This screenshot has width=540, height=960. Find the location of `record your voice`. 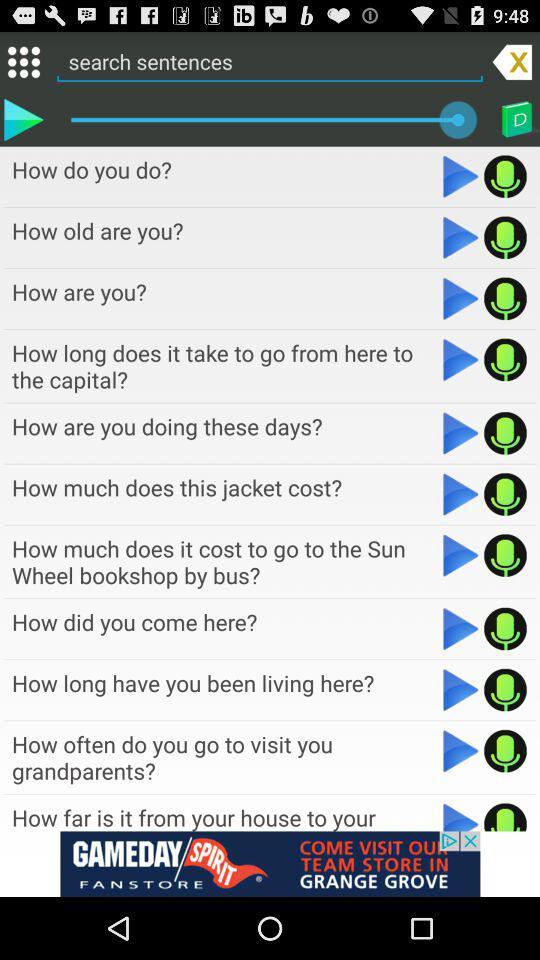

record your voice is located at coordinates (504, 297).